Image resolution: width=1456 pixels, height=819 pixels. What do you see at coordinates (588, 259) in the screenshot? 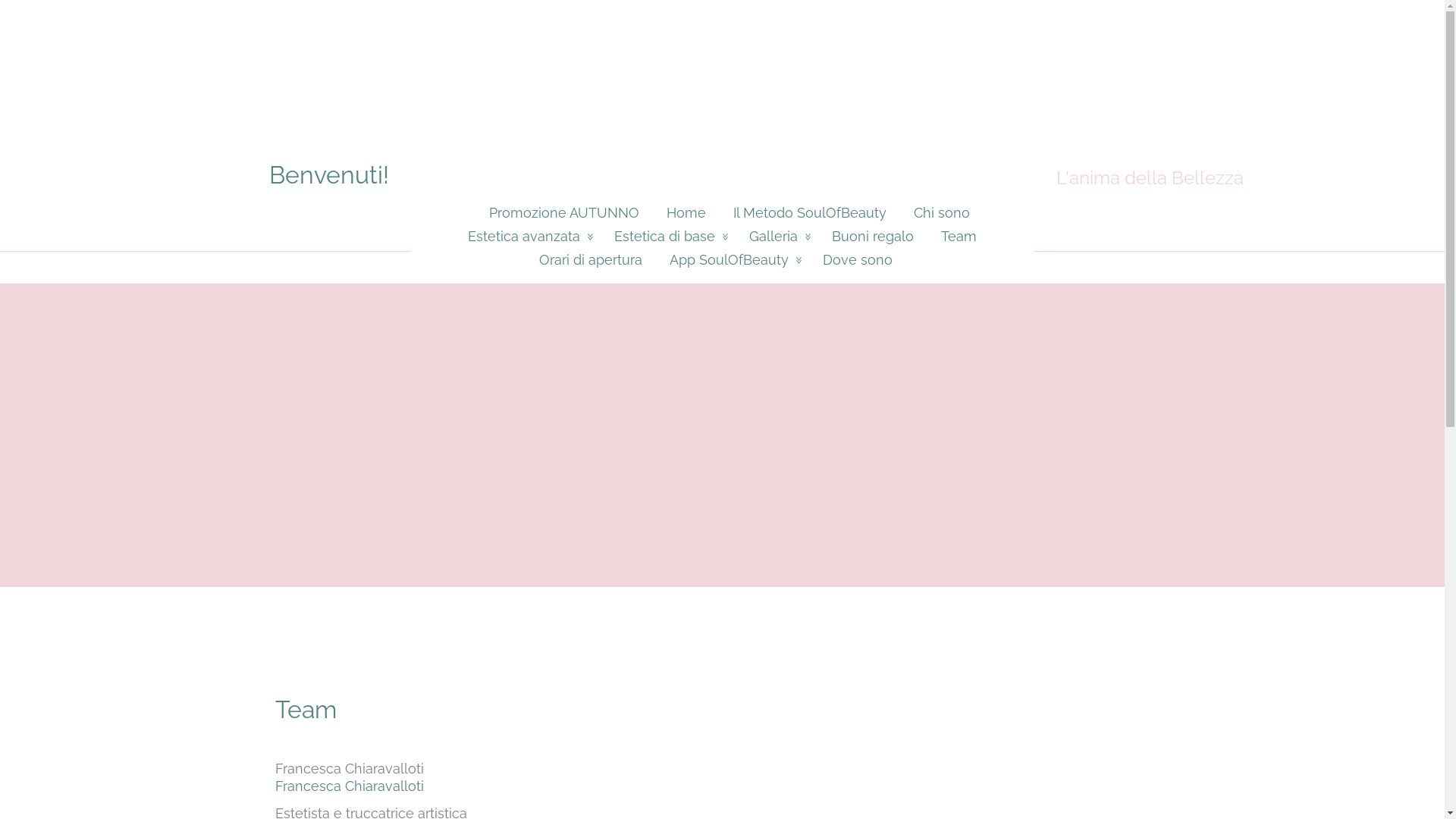
I see `'Orari di apertura'` at bounding box center [588, 259].